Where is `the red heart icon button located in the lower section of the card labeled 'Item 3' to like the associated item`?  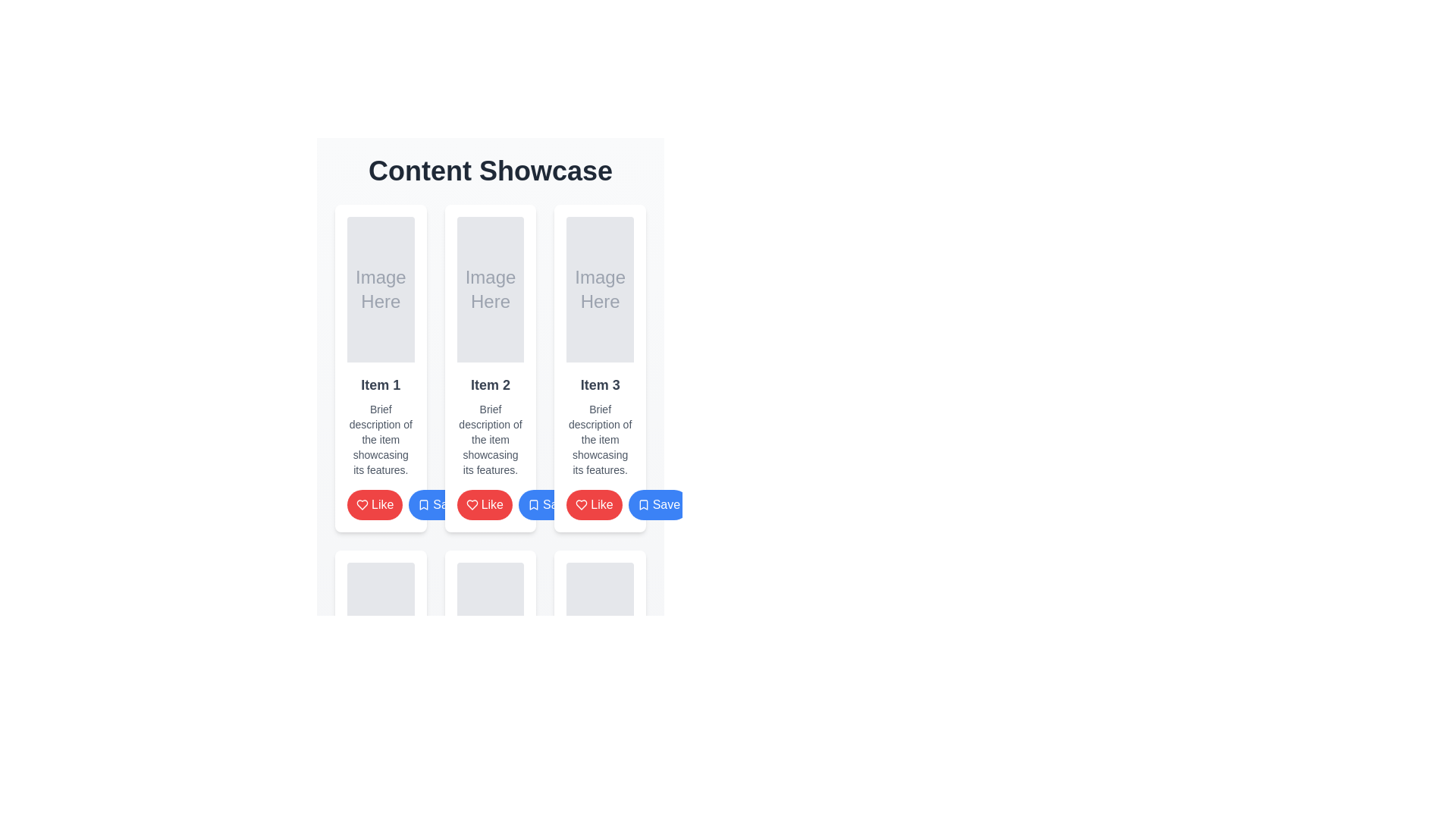 the red heart icon button located in the lower section of the card labeled 'Item 3' to like the associated item is located at coordinates (581, 505).